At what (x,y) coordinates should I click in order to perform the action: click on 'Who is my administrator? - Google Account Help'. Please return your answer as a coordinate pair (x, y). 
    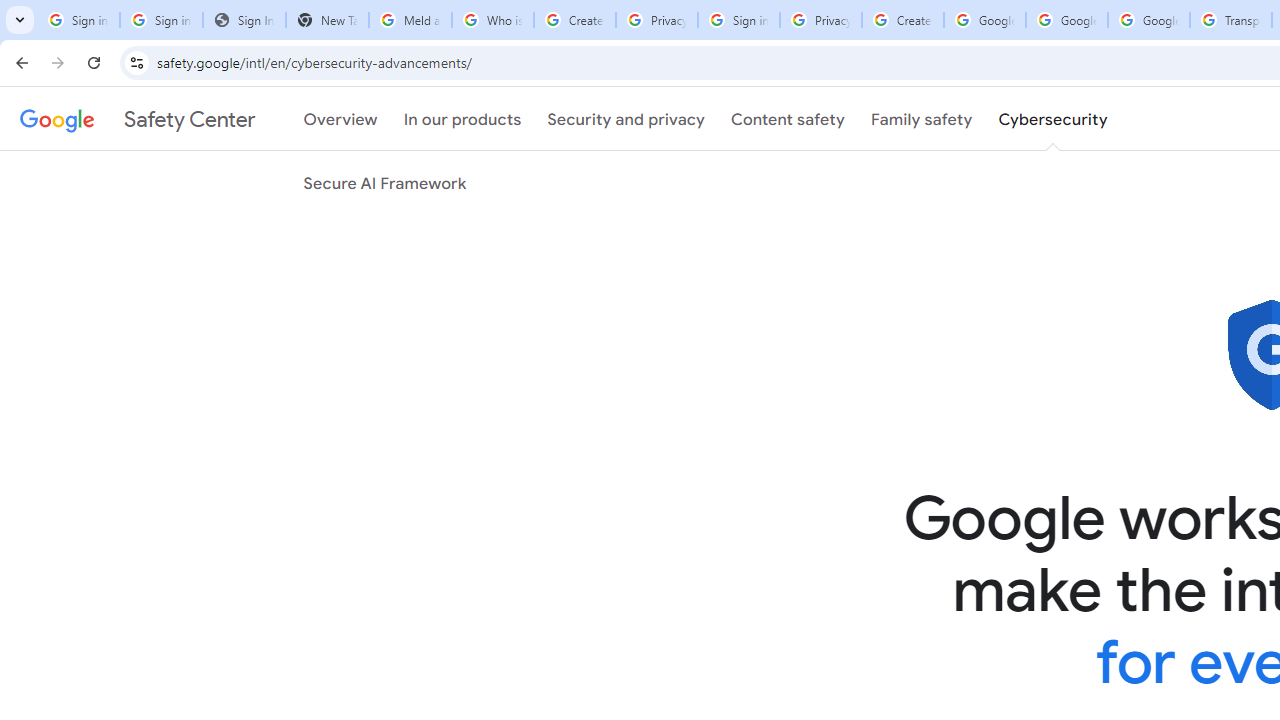
    Looking at the image, I should click on (492, 20).